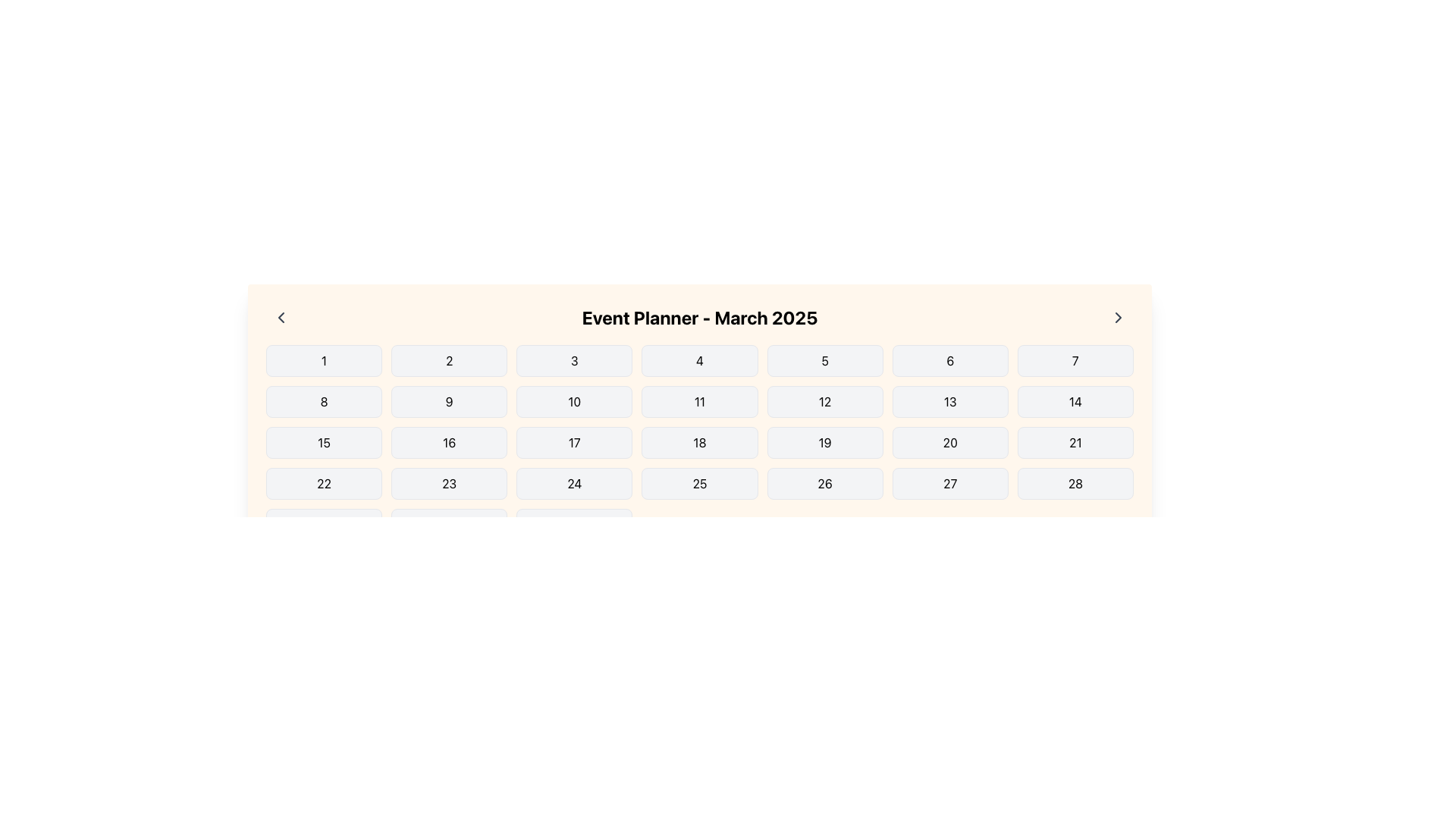 This screenshot has height=819, width=1456. I want to click on the numerical text '26' displayed within the calendar cell located in the fifth row and fifth column, so click(824, 483).